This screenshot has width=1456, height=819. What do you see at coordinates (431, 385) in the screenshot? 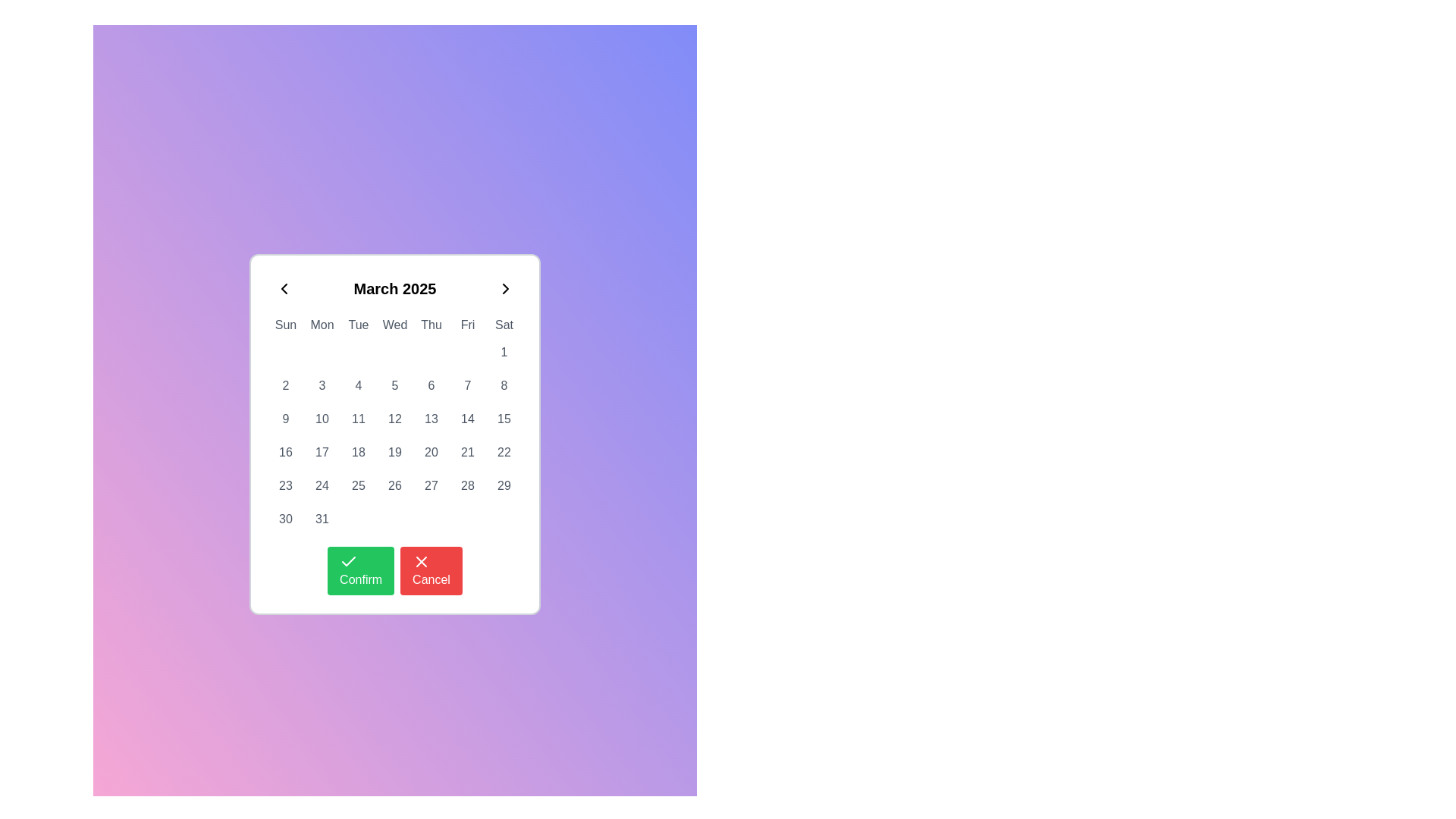
I see `the square-shaped button displaying the number '6' in a medium-sized font, located in the calendar grid under the 'Fri' column` at bounding box center [431, 385].